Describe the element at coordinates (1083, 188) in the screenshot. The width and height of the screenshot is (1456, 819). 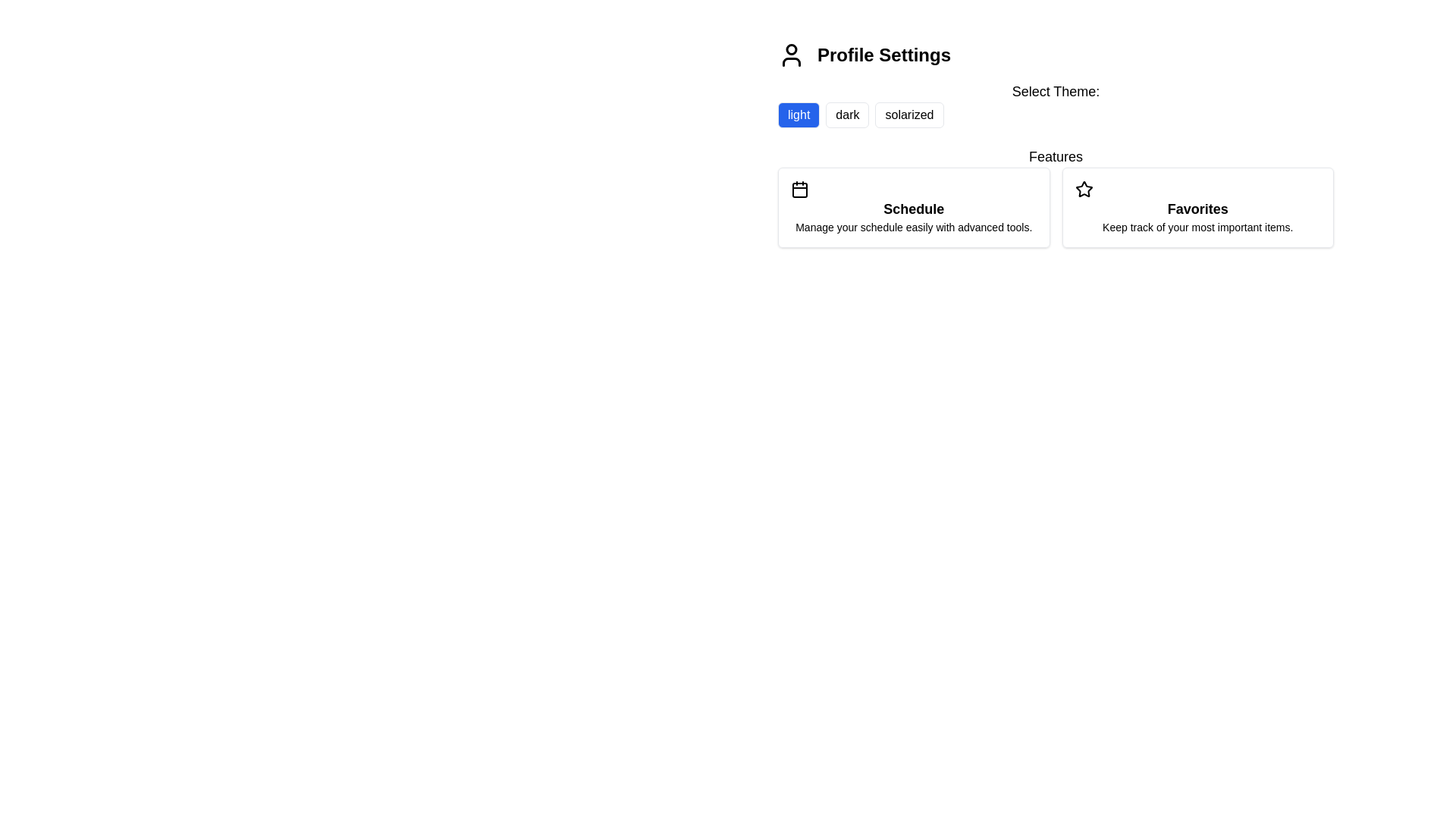
I see `the star icon representing the Favorites section, located at the center-top position of the card under the 'Features' section` at that location.